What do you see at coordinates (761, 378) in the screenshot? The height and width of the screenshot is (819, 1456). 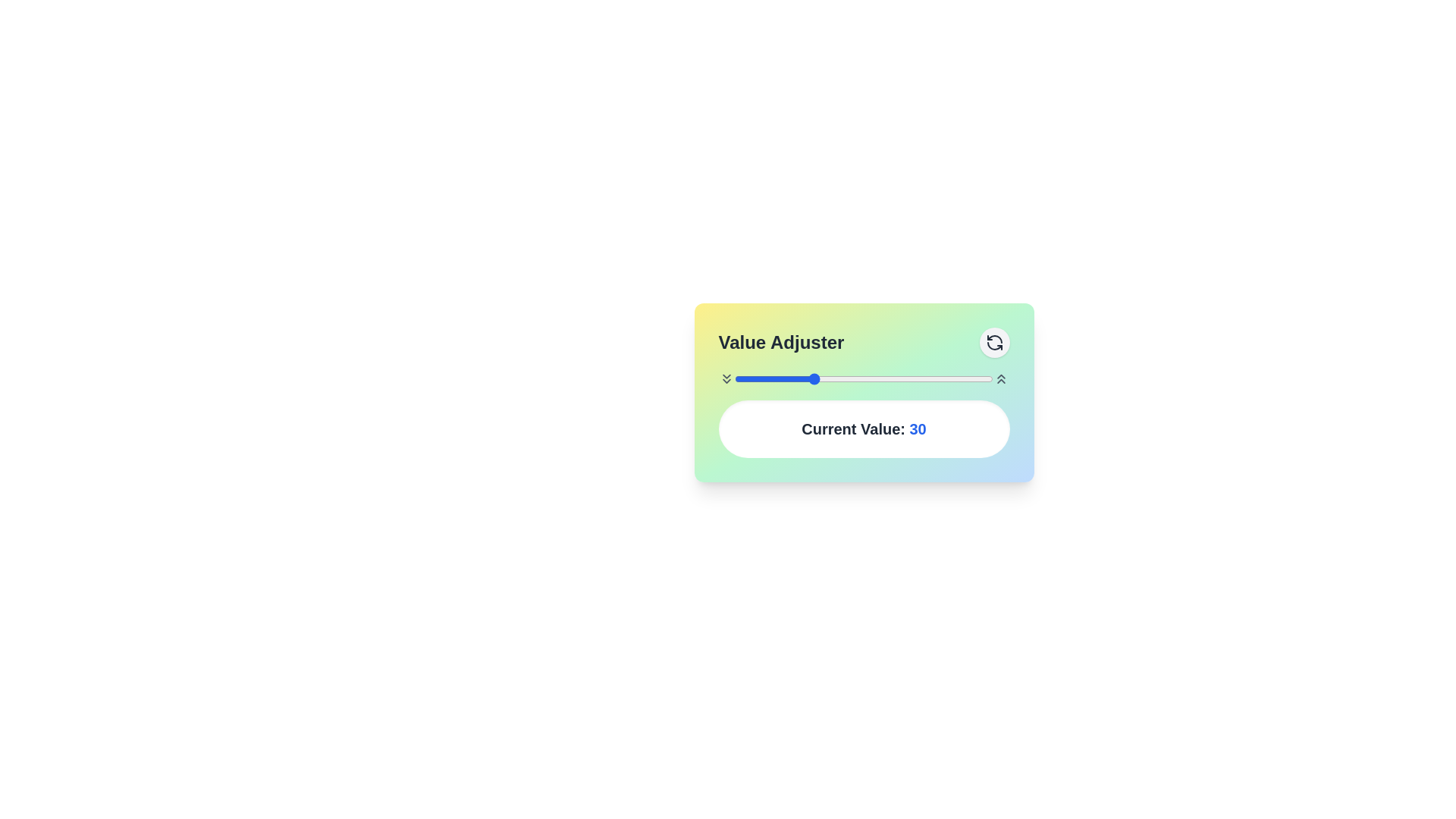 I see `the slider to set the value to 10` at bounding box center [761, 378].